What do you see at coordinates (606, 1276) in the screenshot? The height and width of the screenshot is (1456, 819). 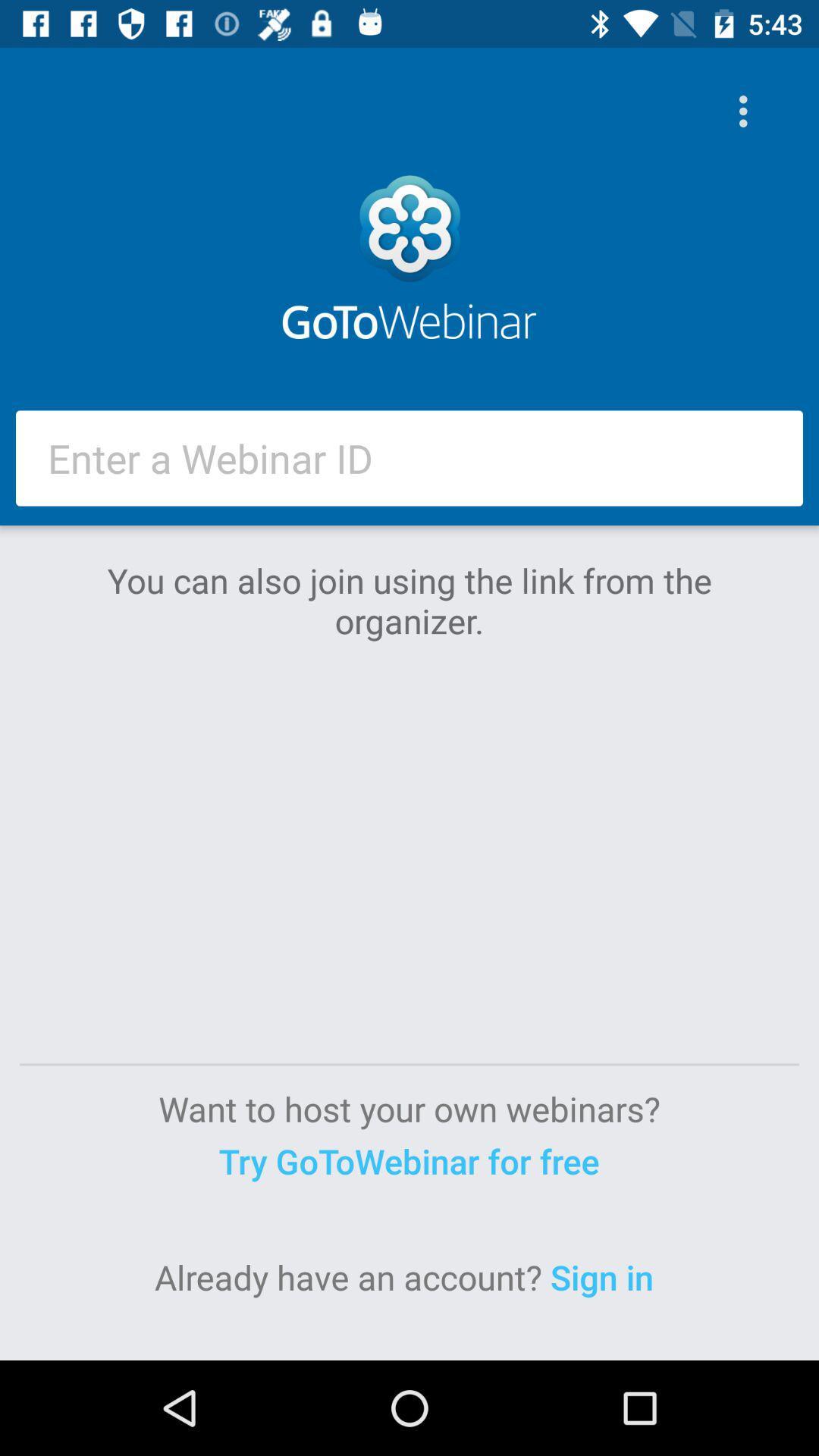 I see `the sign in item` at bounding box center [606, 1276].